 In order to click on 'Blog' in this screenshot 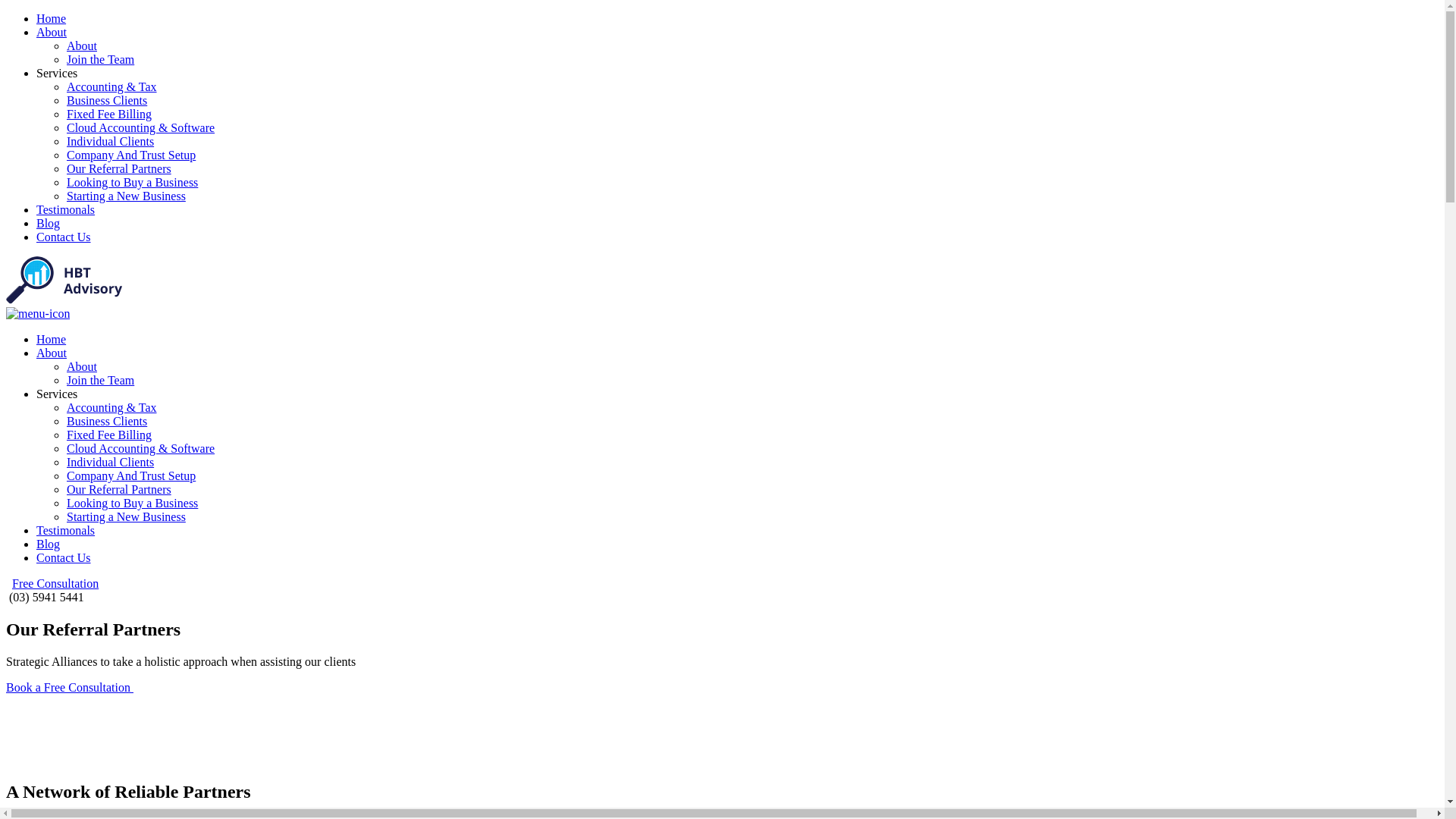, I will do `click(48, 543)`.